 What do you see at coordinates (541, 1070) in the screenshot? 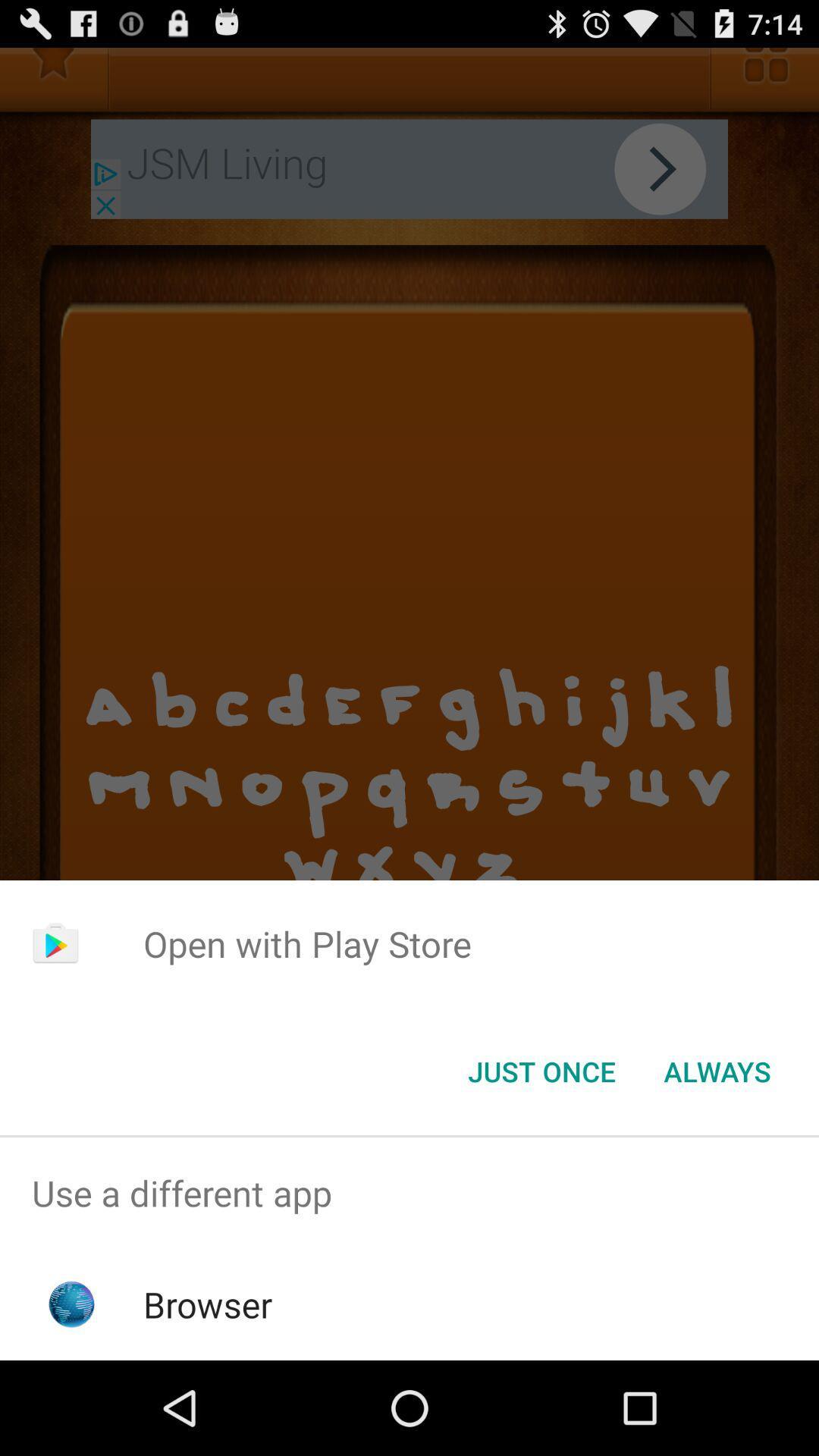
I see `the icon next to the always item` at bounding box center [541, 1070].